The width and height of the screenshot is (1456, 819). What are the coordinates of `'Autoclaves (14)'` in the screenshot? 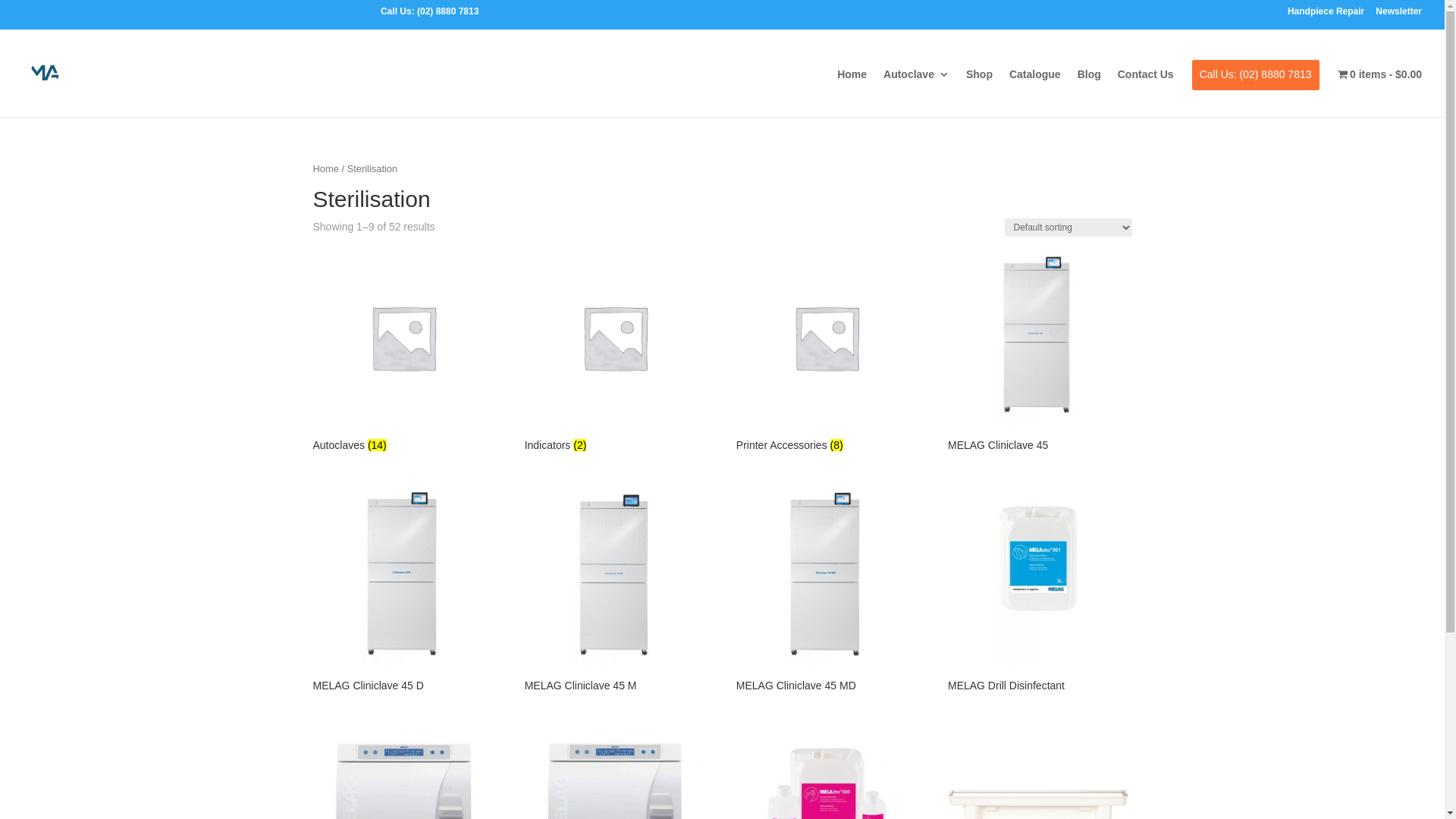 It's located at (403, 351).